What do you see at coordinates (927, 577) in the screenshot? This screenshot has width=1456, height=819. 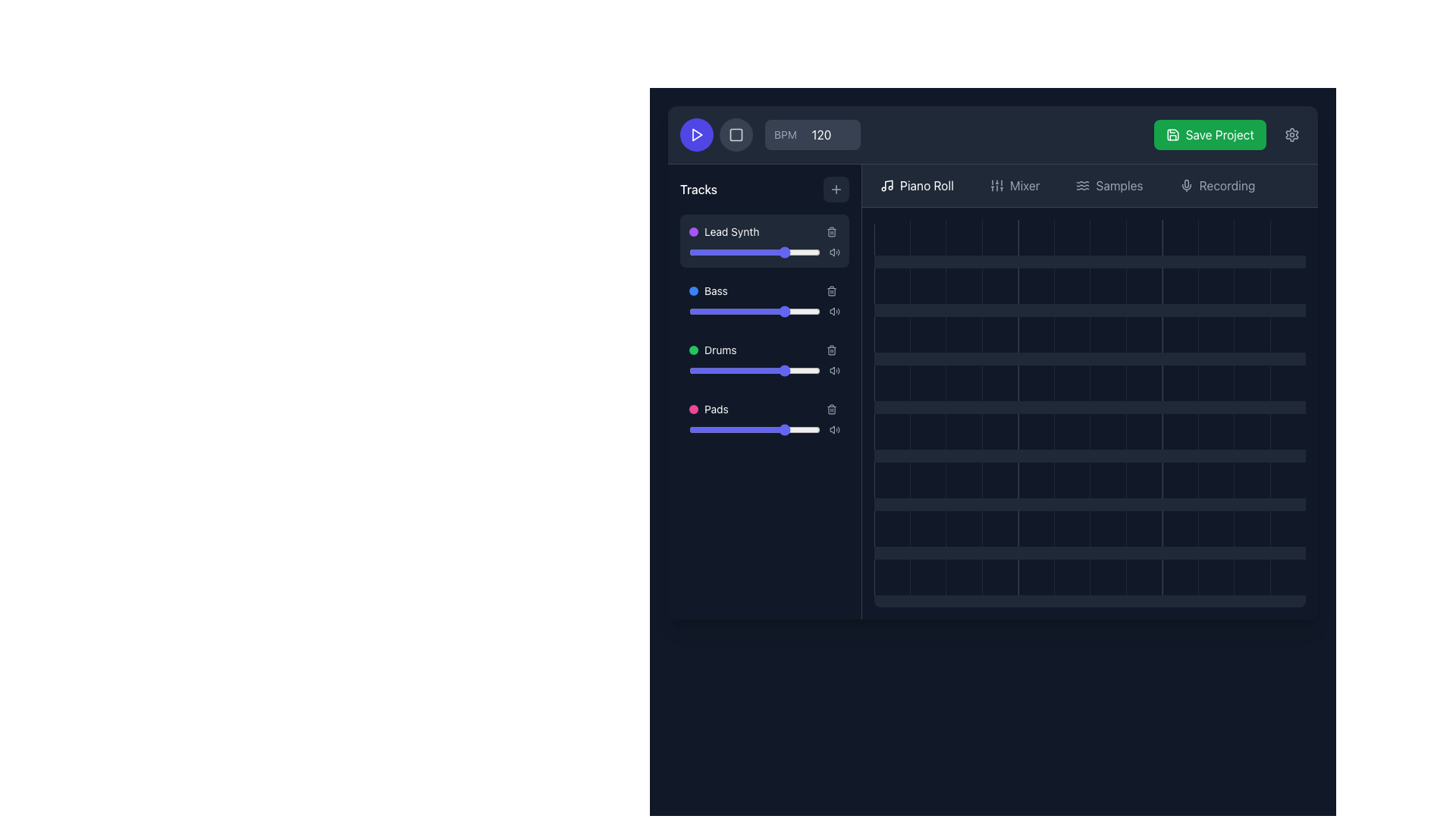 I see `the dark gray grid cell located in the last row and second column from the left` at bounding box center [927, 577].